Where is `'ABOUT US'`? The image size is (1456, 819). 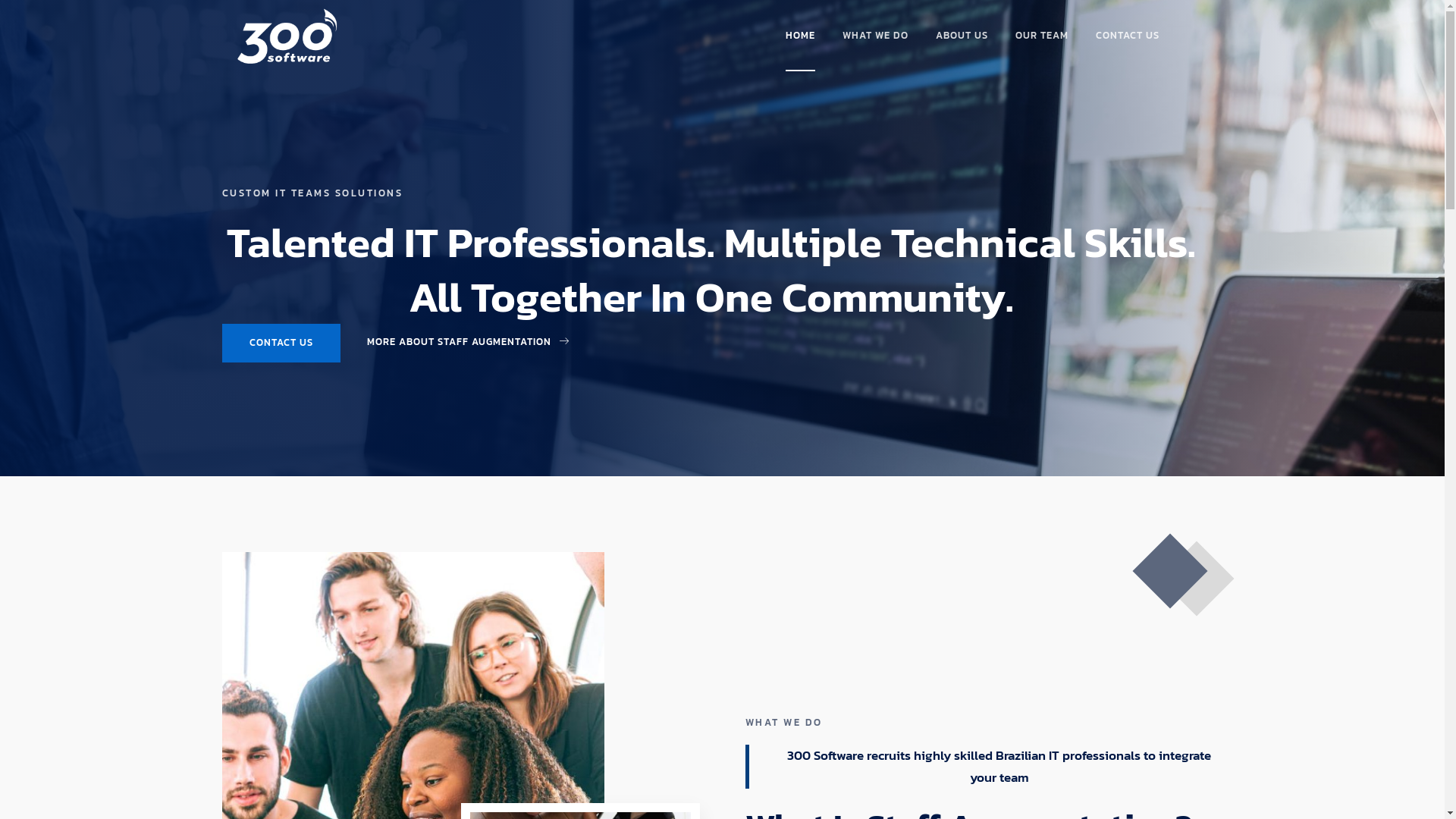
'ABOUT US' is located at coordinates (961, 36).